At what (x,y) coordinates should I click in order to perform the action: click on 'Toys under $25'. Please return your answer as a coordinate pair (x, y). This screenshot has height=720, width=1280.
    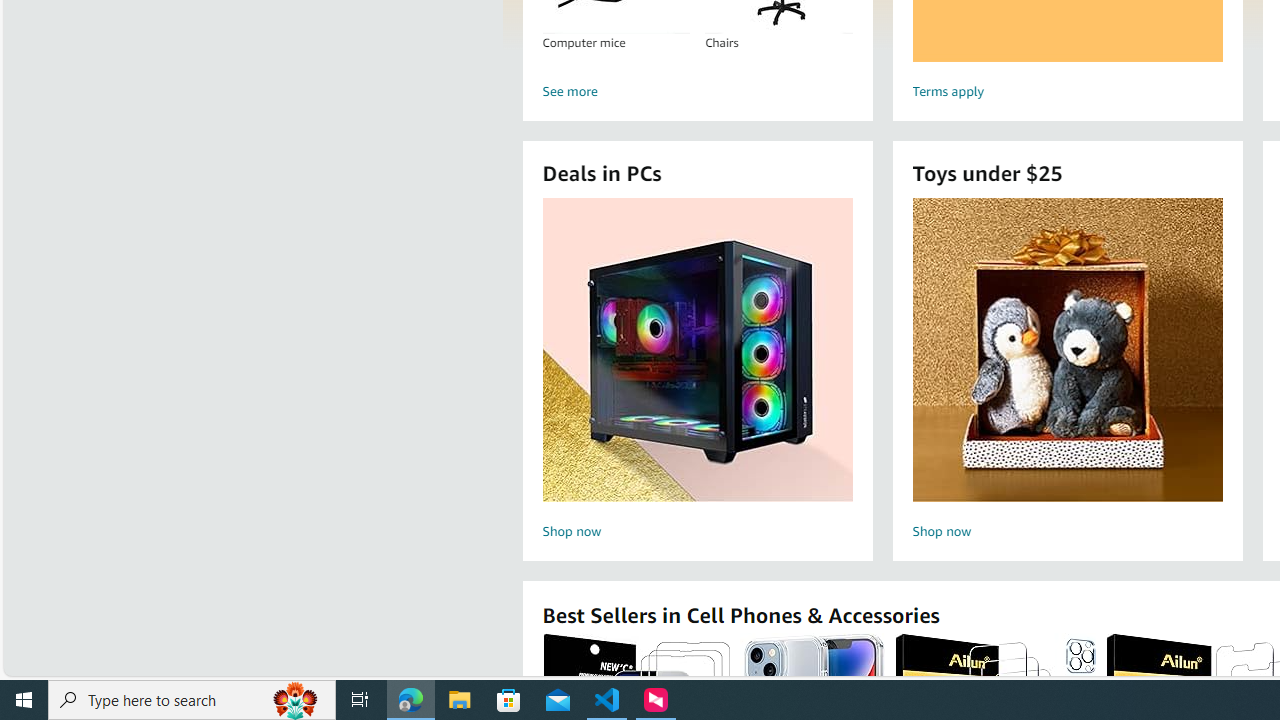
    Looking at the image, I should click on (1066, 348).